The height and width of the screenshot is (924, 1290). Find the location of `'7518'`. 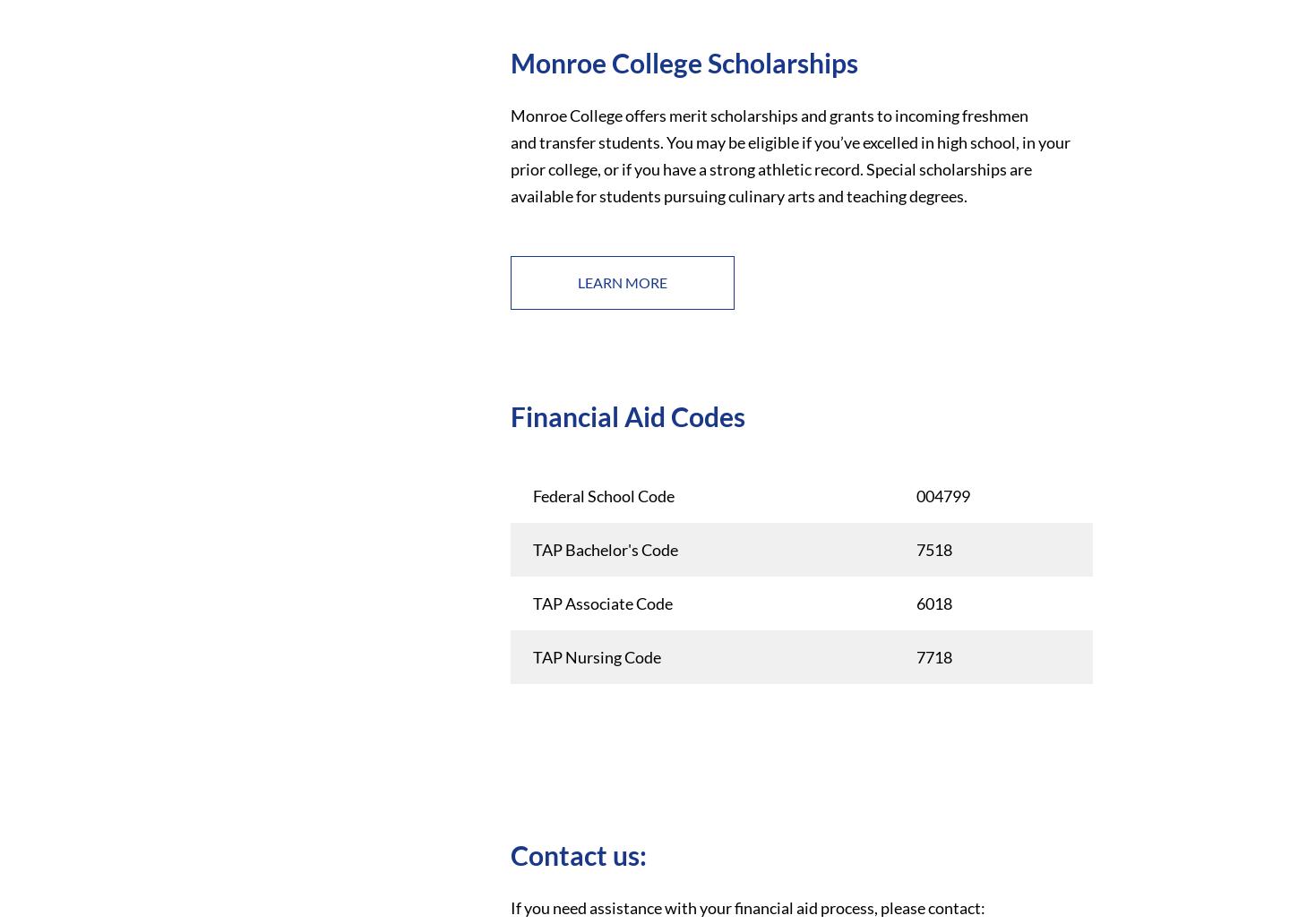

'7518' is located at coordinates (933, 549).